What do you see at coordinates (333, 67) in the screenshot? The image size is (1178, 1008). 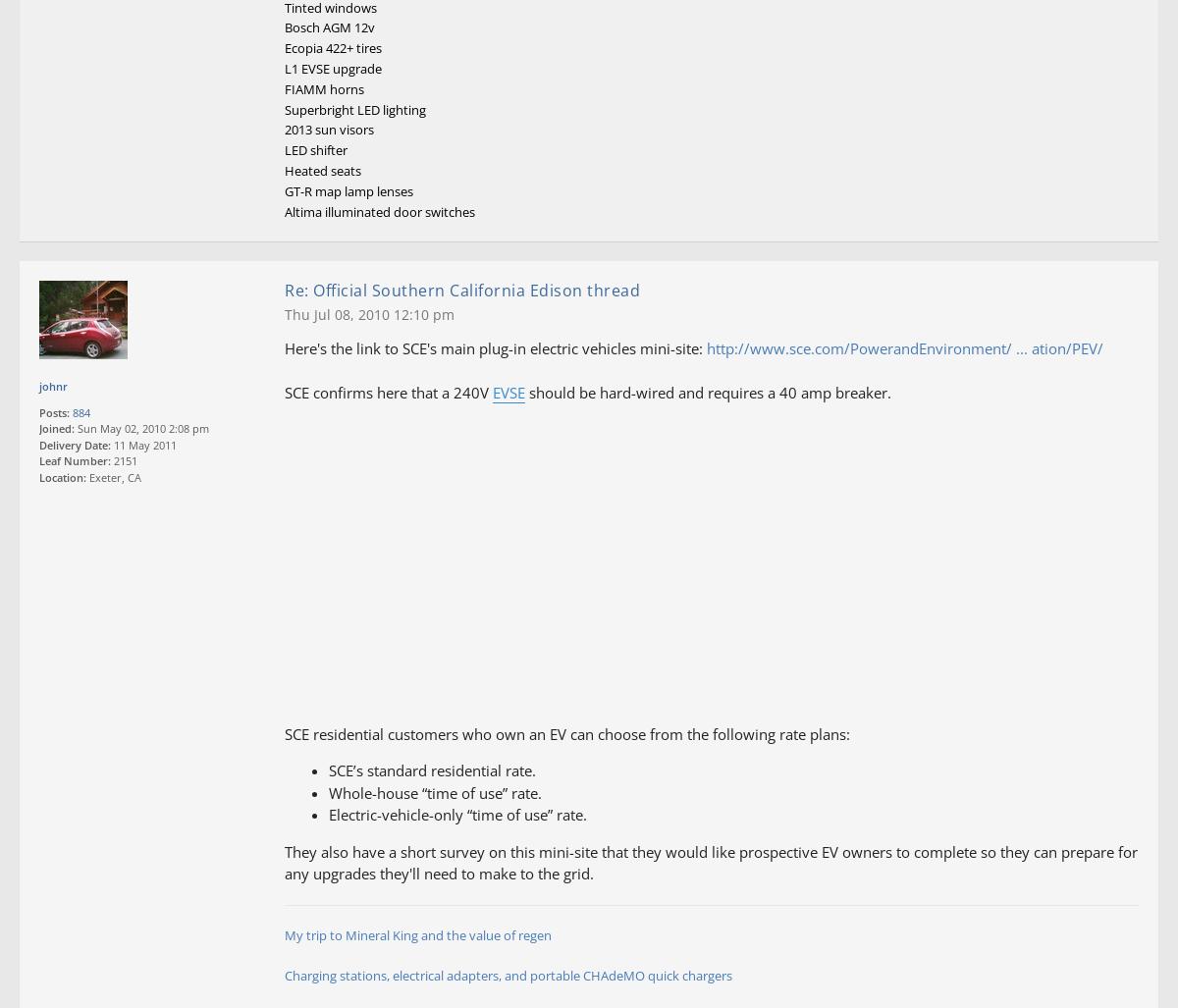 I see `'L1 EVSE upgrade'` at bounding box center [333, 67].